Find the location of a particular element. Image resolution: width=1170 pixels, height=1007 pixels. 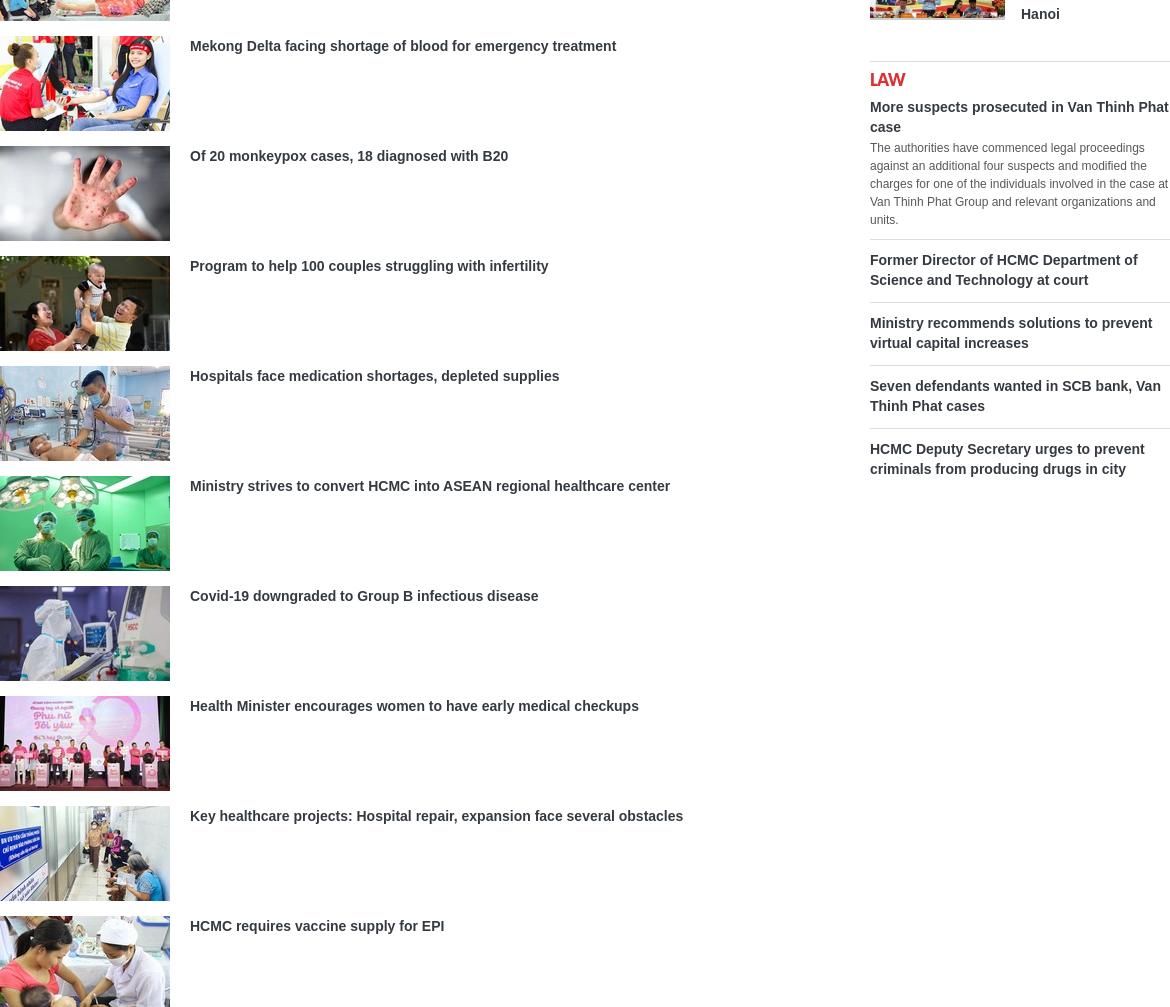

'Health Minister encourages women to have early medical checkups' is located at coordinates (413, 704).